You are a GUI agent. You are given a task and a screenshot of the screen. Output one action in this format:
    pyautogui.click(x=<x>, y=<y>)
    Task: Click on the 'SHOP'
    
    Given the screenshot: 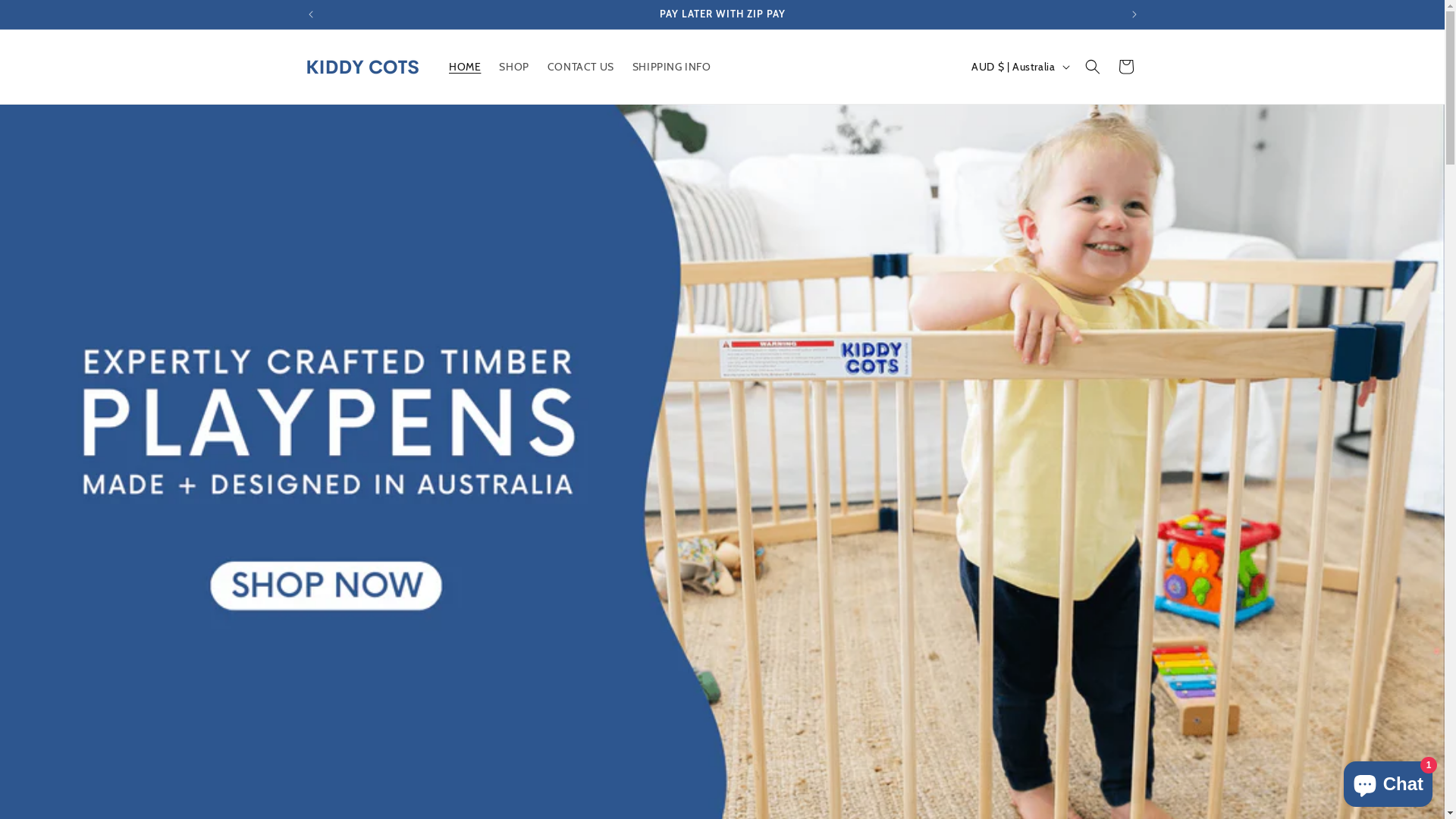 What is the action you would take?
    pyautogui.click(x=490, y=66)
    